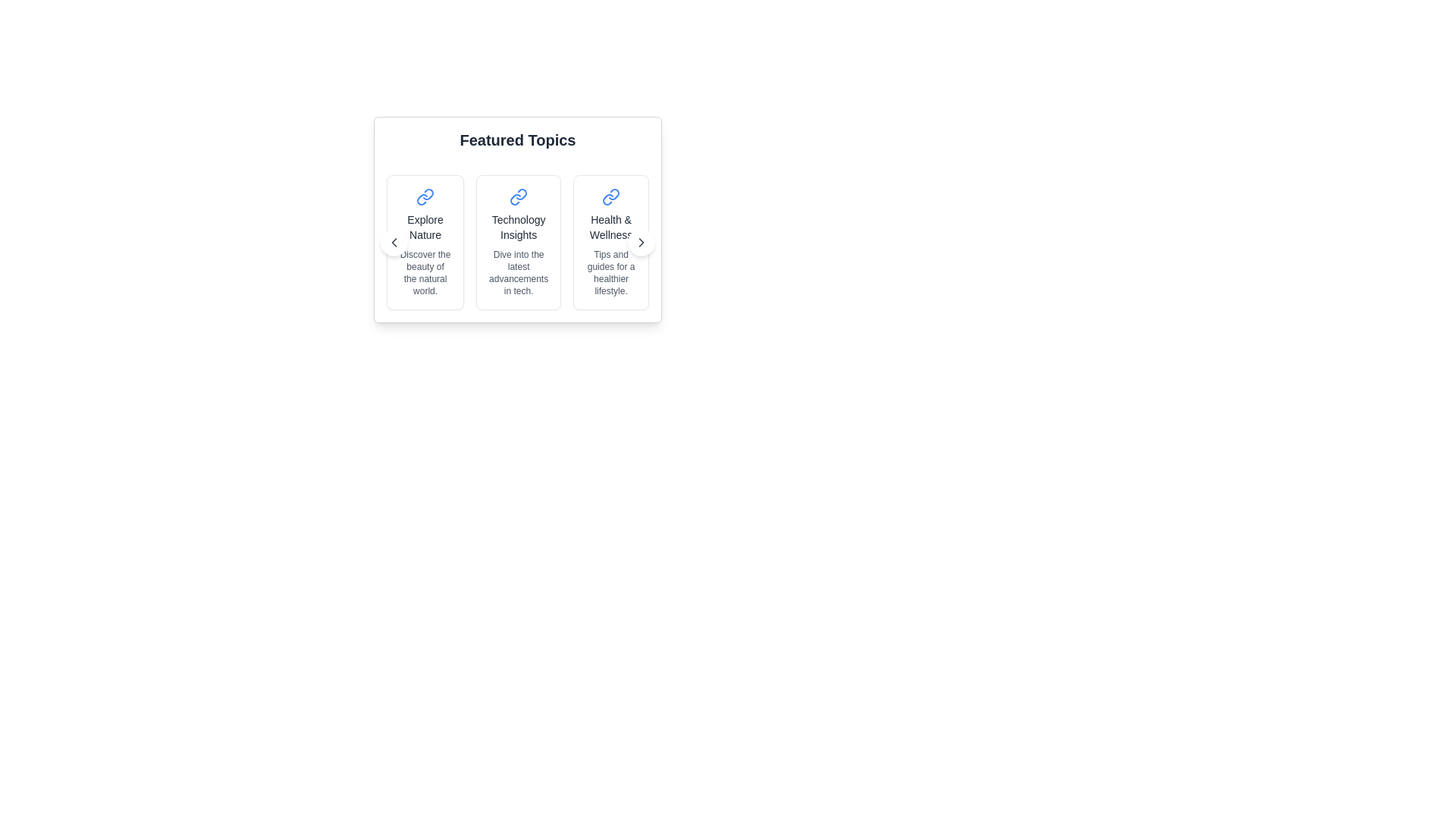  What do you see at coordinates (519, 227) in the screenshot?
I see `text content of the title label in the second card of the technology collection, which is centrally aligned between the top icon and the bottom subtitle text` at bounding box center [519, 227].